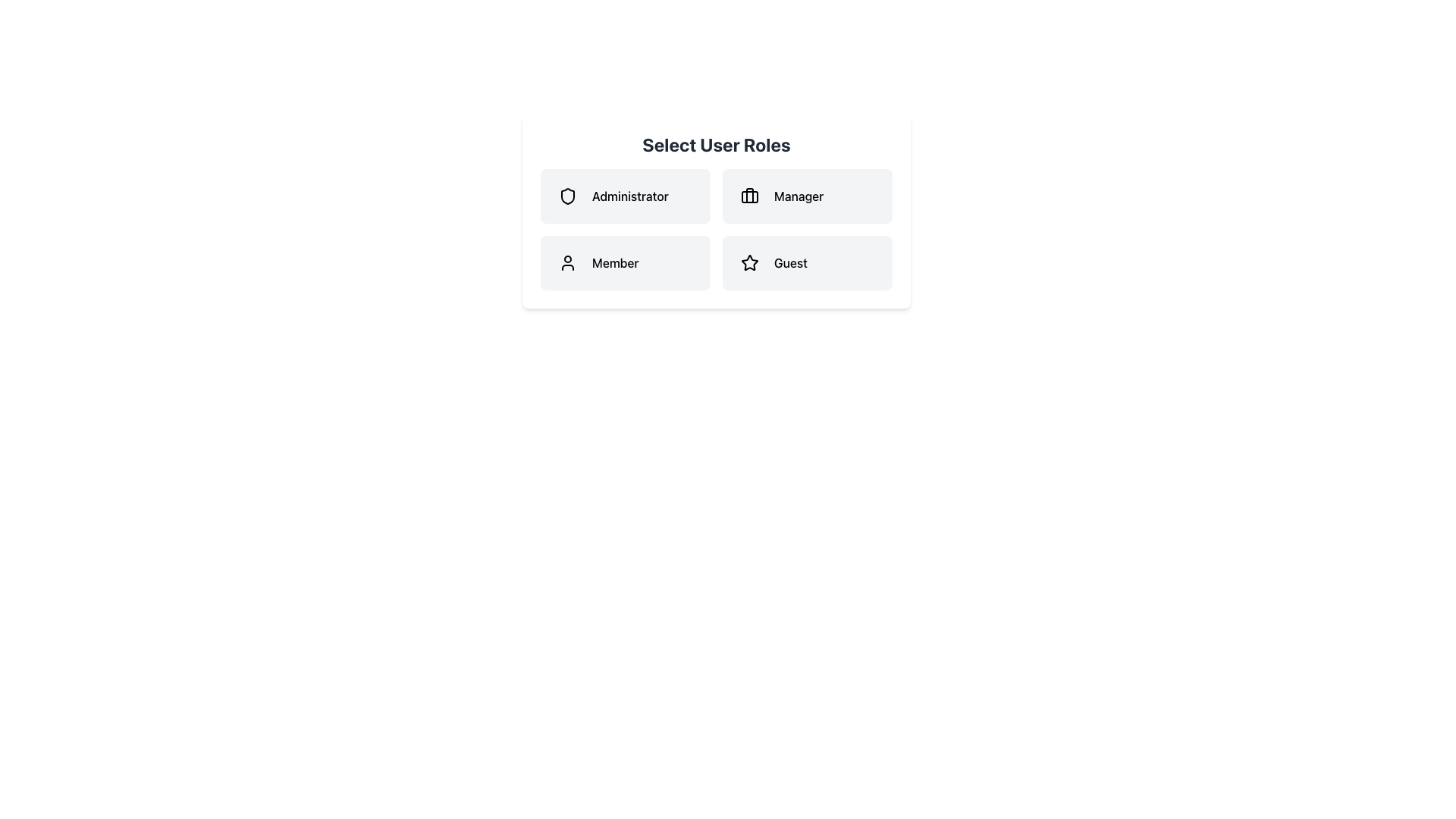 This screenshot has width=1456, height=819. What do you see at coordinates (749, 196) in the screenshot?
I see `the rectangular portion of the suitcase icon representing the 'Manager' role in the user interface` at bounding box center [749, 196].